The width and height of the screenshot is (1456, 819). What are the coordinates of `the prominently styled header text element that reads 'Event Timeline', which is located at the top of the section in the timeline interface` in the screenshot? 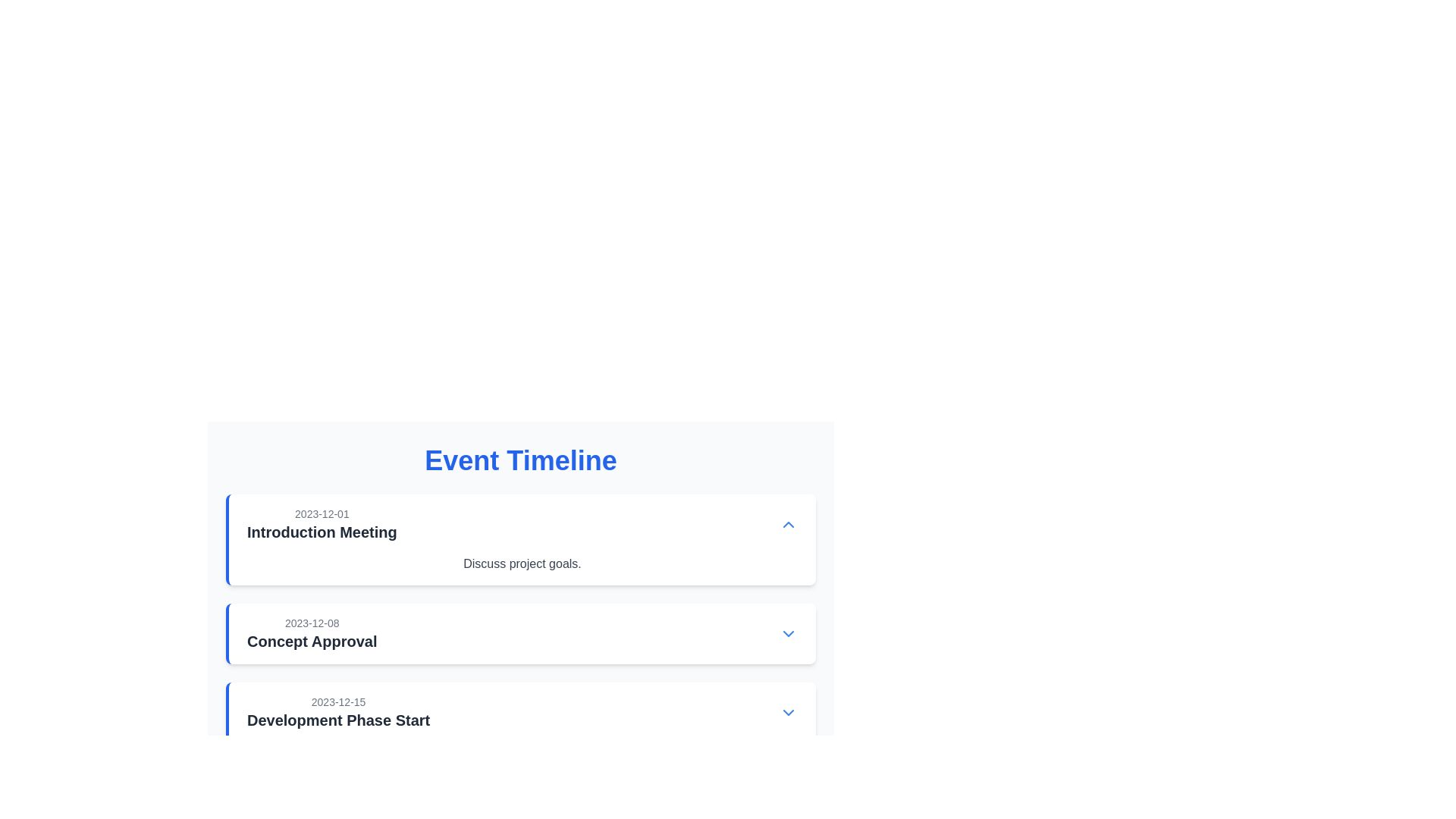 It's located at (520, 460).